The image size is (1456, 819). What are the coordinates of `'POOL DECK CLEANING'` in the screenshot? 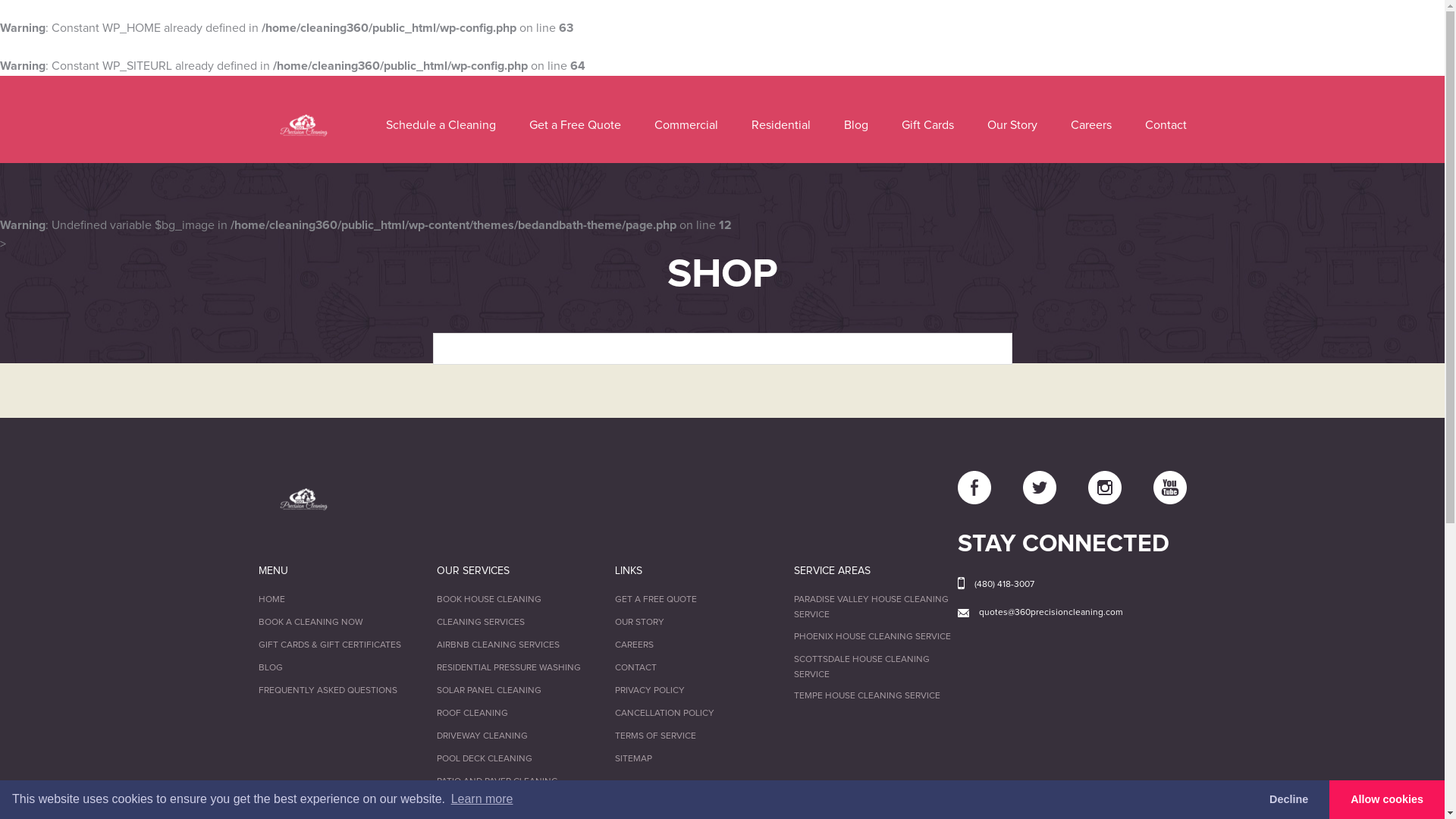 It's located at (483, 759).